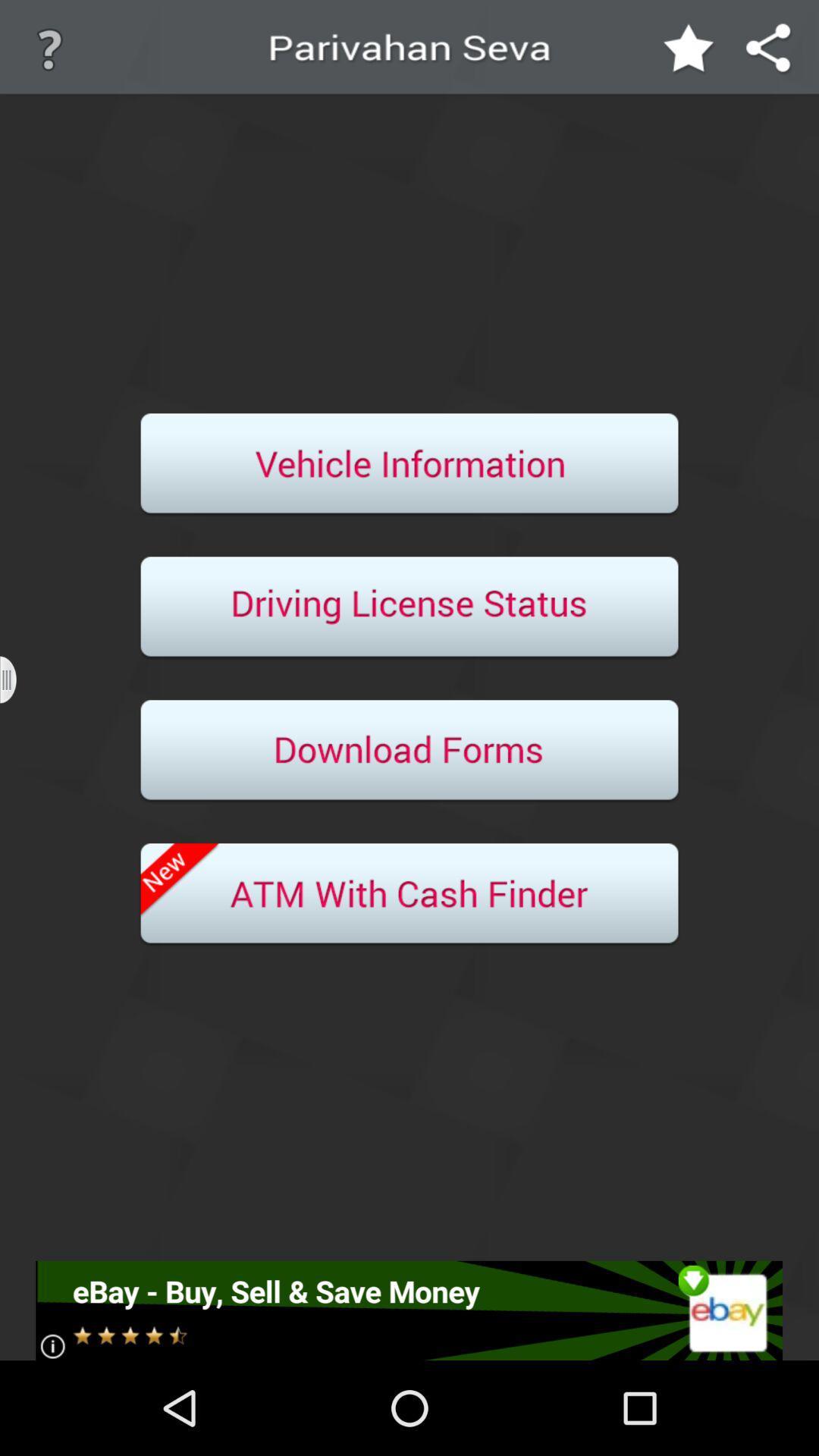  What do you see at coordinates (409, 464) in the screenshot?
I see `informaion about a vehicle` at bounding box center [409, 464].